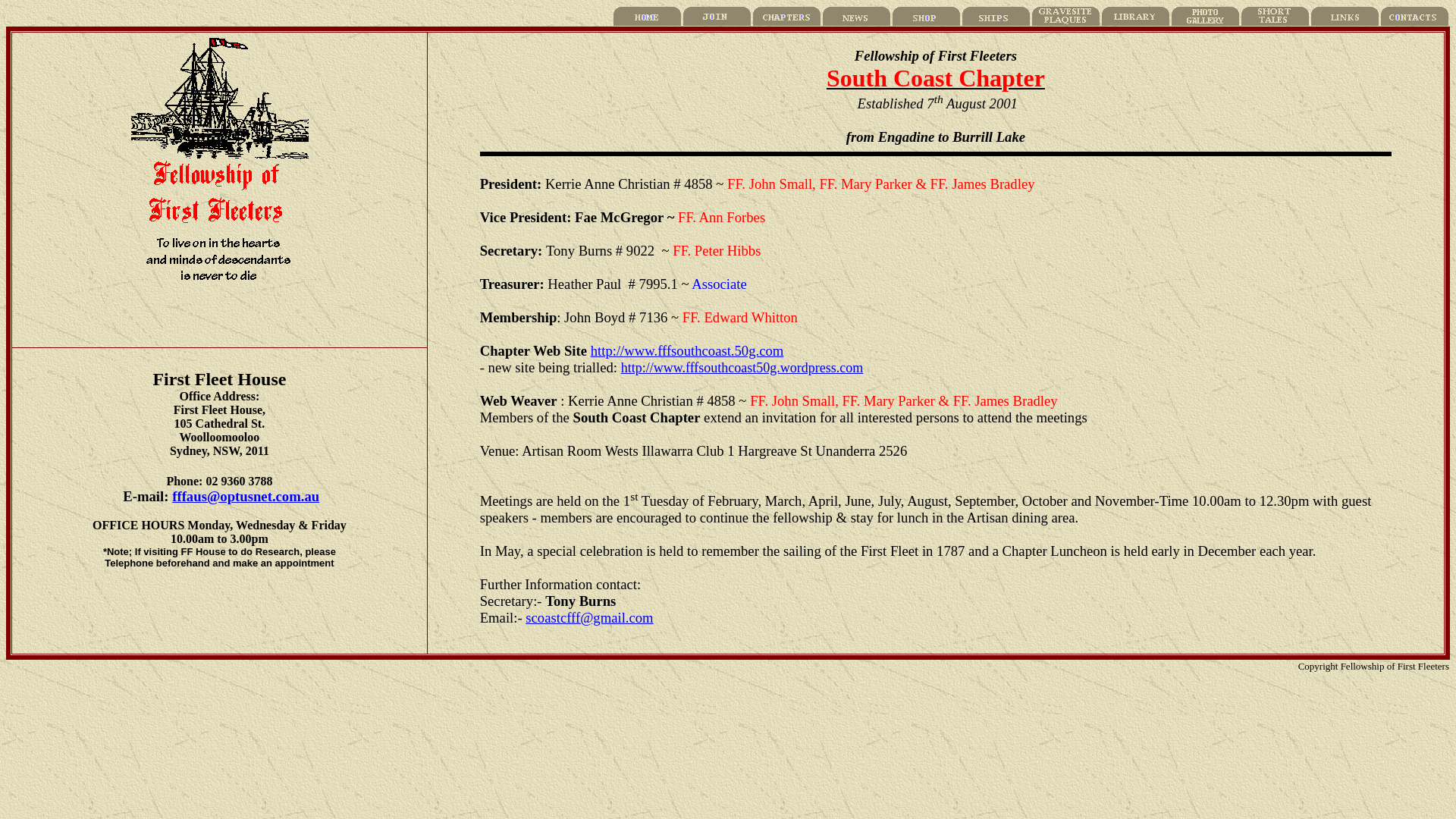 The image size is (1456, 819). Describe the element at coordinates (588, 617) in the screenshot. I see `'scoastcfff@gmail.com'` at that location.